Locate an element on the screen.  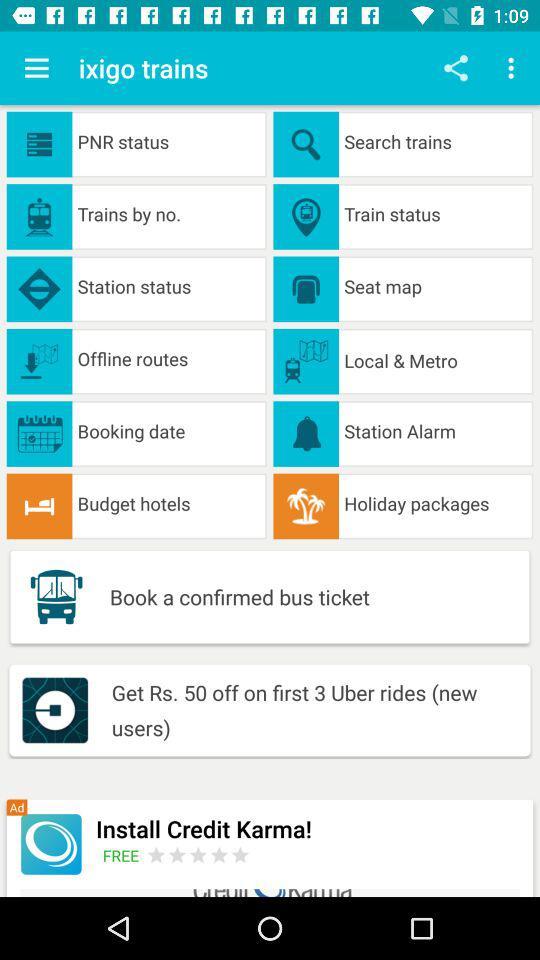
free is located at coordinates (124, 854).